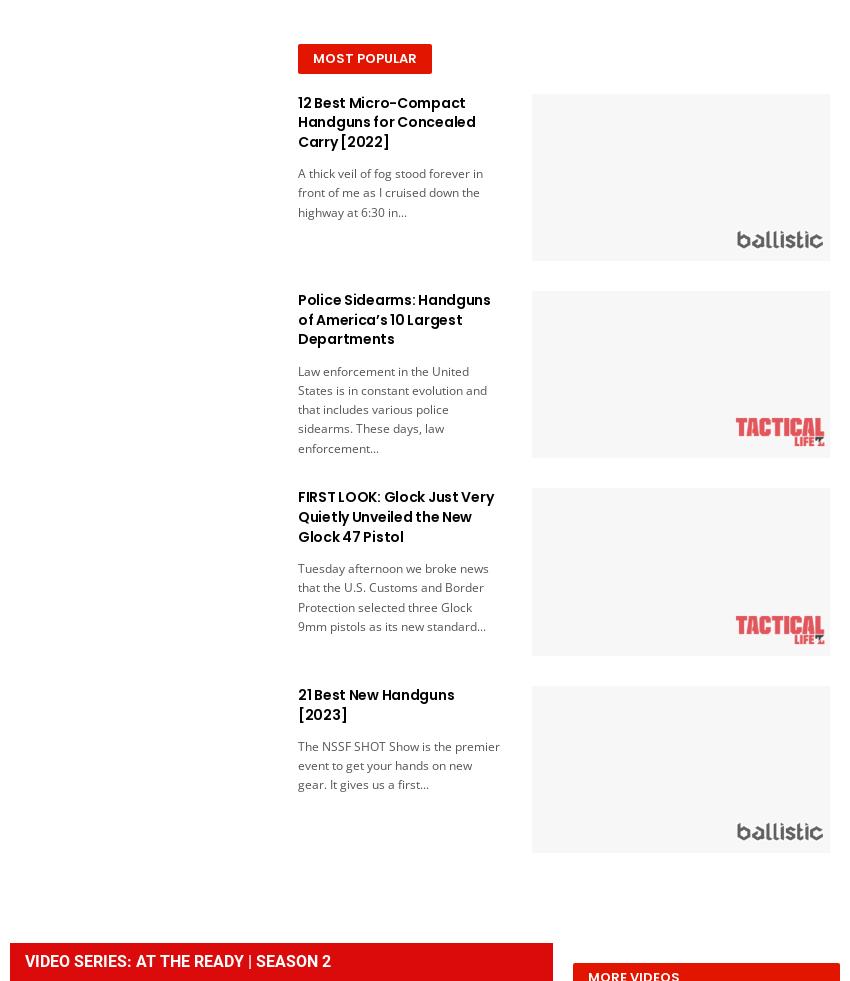 This screenshot has height=981, width=850. I want to click on '12 Best Micro-Compact Handguns for Concealed Carry [2022]', so click(385, 120).